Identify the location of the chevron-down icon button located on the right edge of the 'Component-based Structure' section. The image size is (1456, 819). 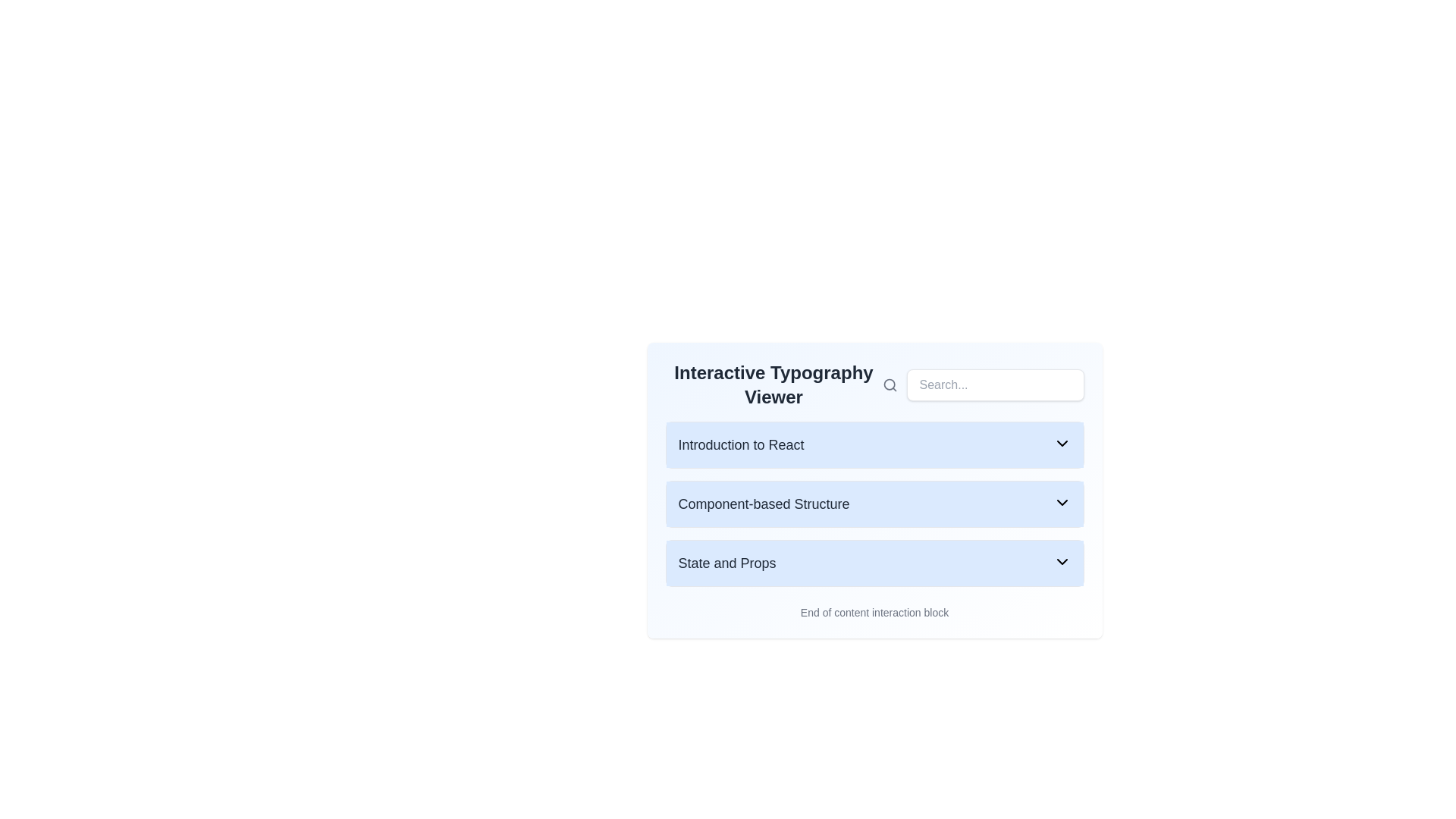
(1061, 503).